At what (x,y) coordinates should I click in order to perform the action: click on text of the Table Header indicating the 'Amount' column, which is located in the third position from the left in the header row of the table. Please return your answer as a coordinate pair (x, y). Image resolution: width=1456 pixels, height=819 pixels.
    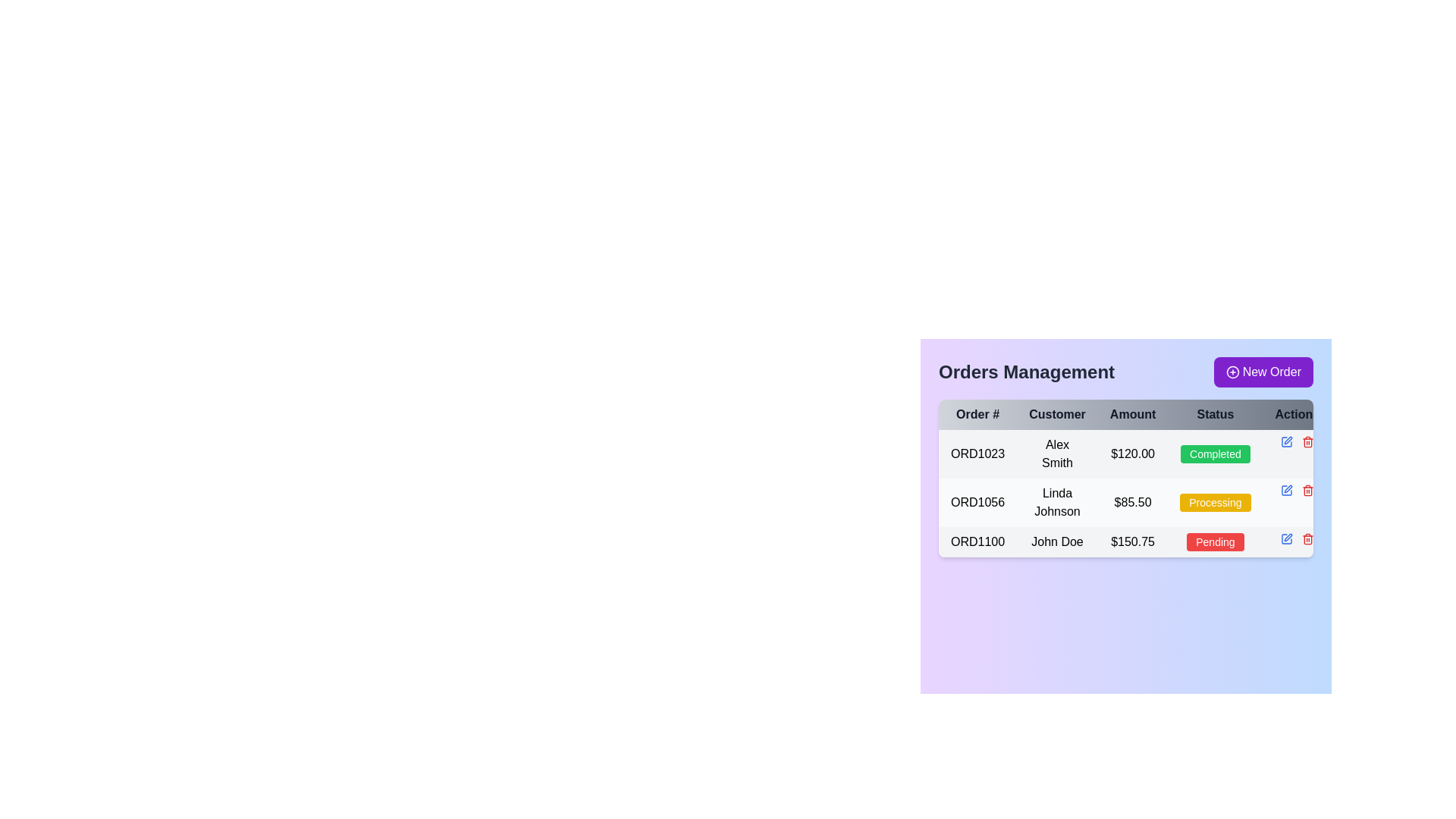
    Looking at the image, I should click on (1135, 415).